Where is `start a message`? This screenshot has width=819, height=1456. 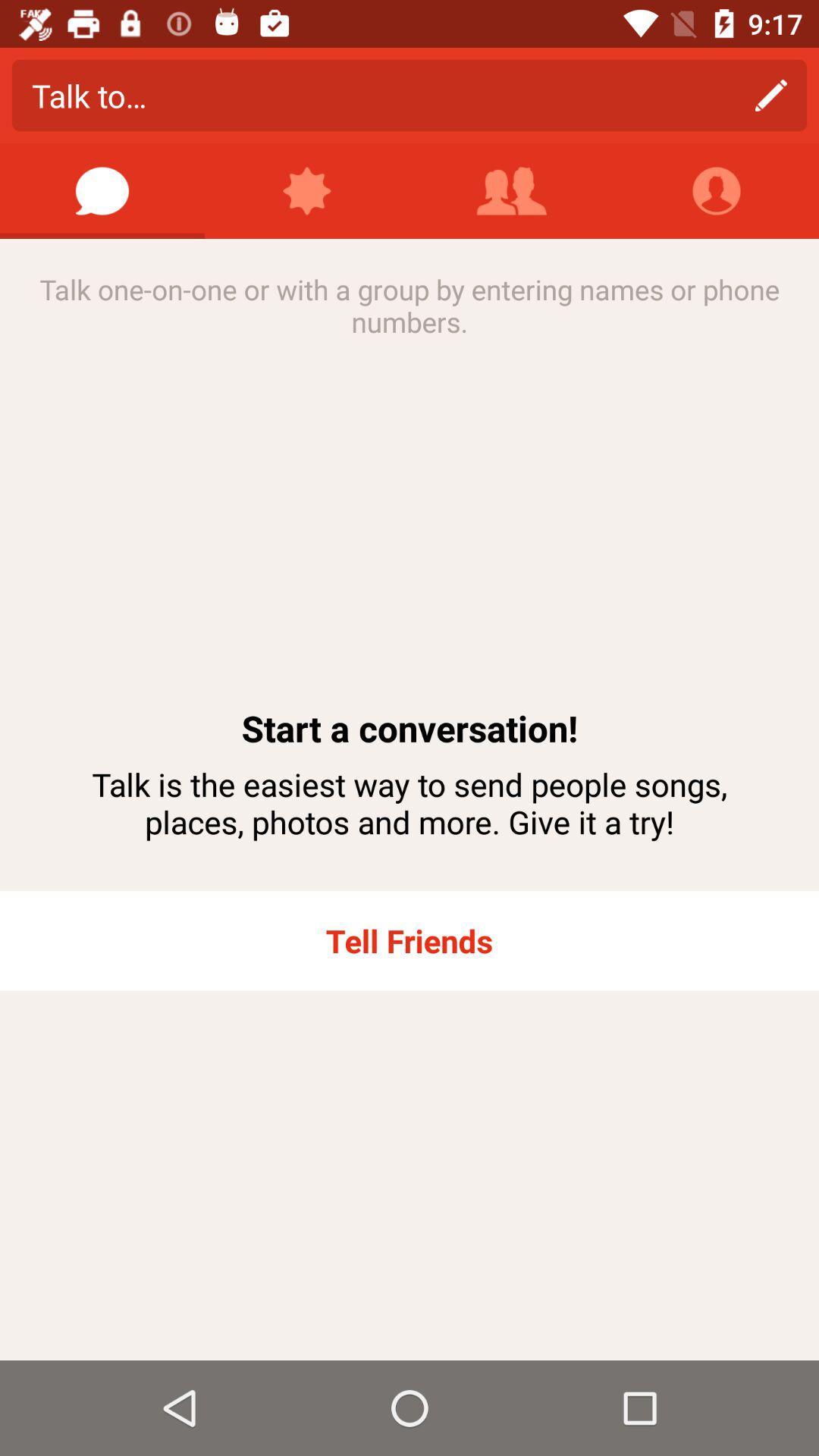 start a message is located at coordinates (102, 190).